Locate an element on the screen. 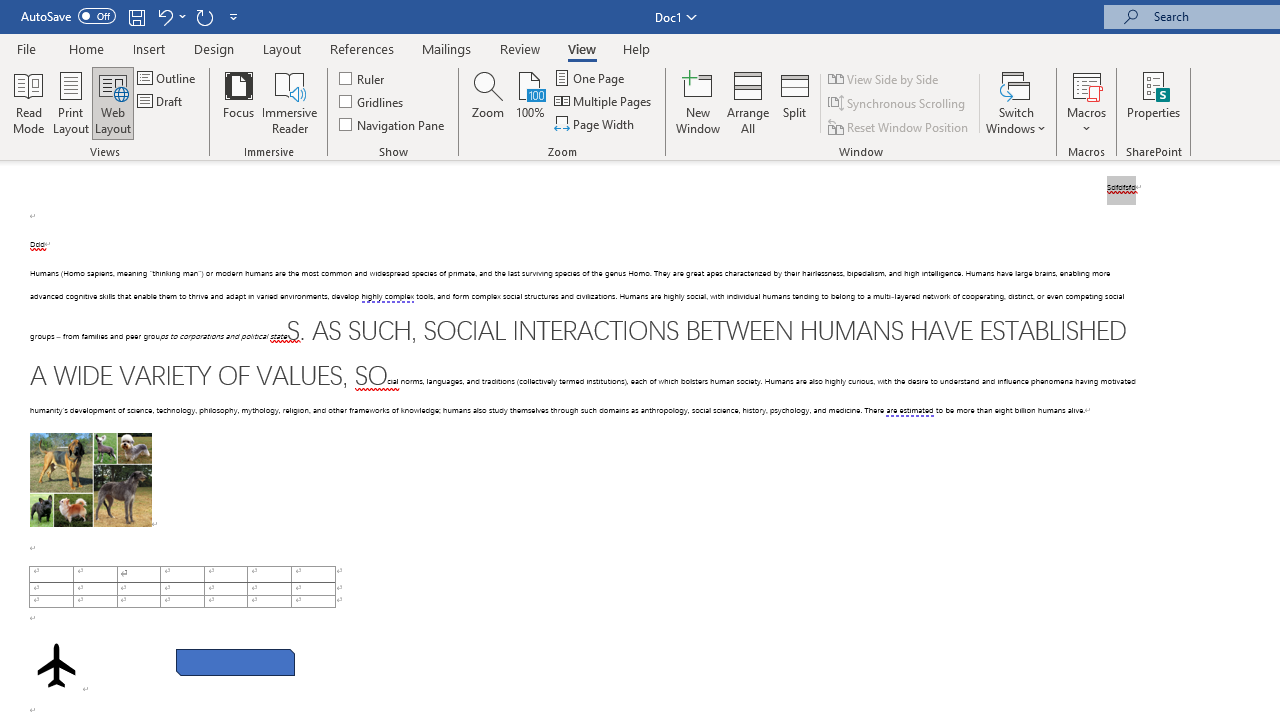  'New Window' is located at coordinates (698, 103).